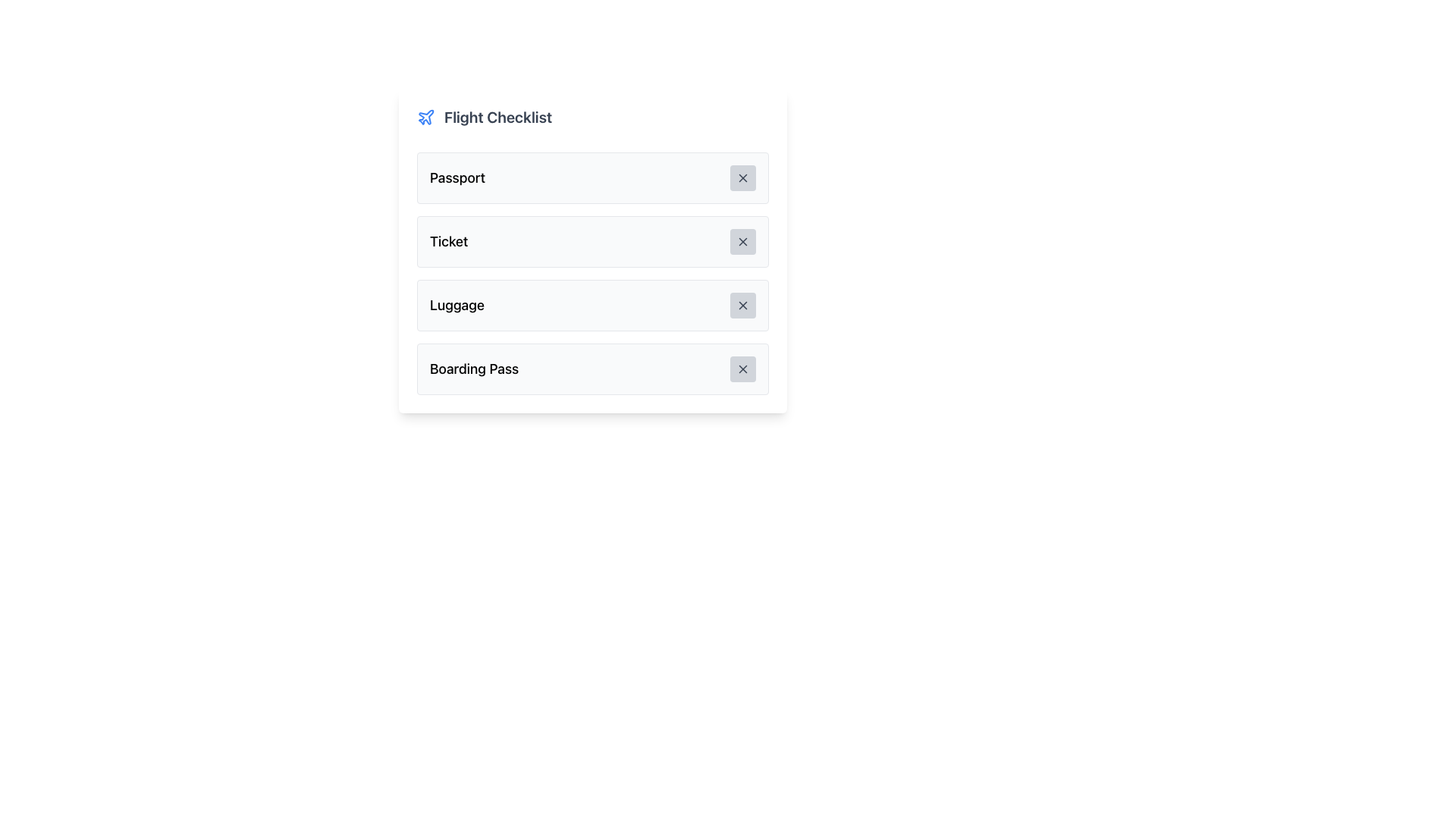  What do you see at coordinates (742, 177) in the screenshot?
I see `the small, rounded rectangular button with a light gray background and a darker gray 'X' icon located at the right end of the 'Passport' row in the checklist` at bounding box center [742, 177].